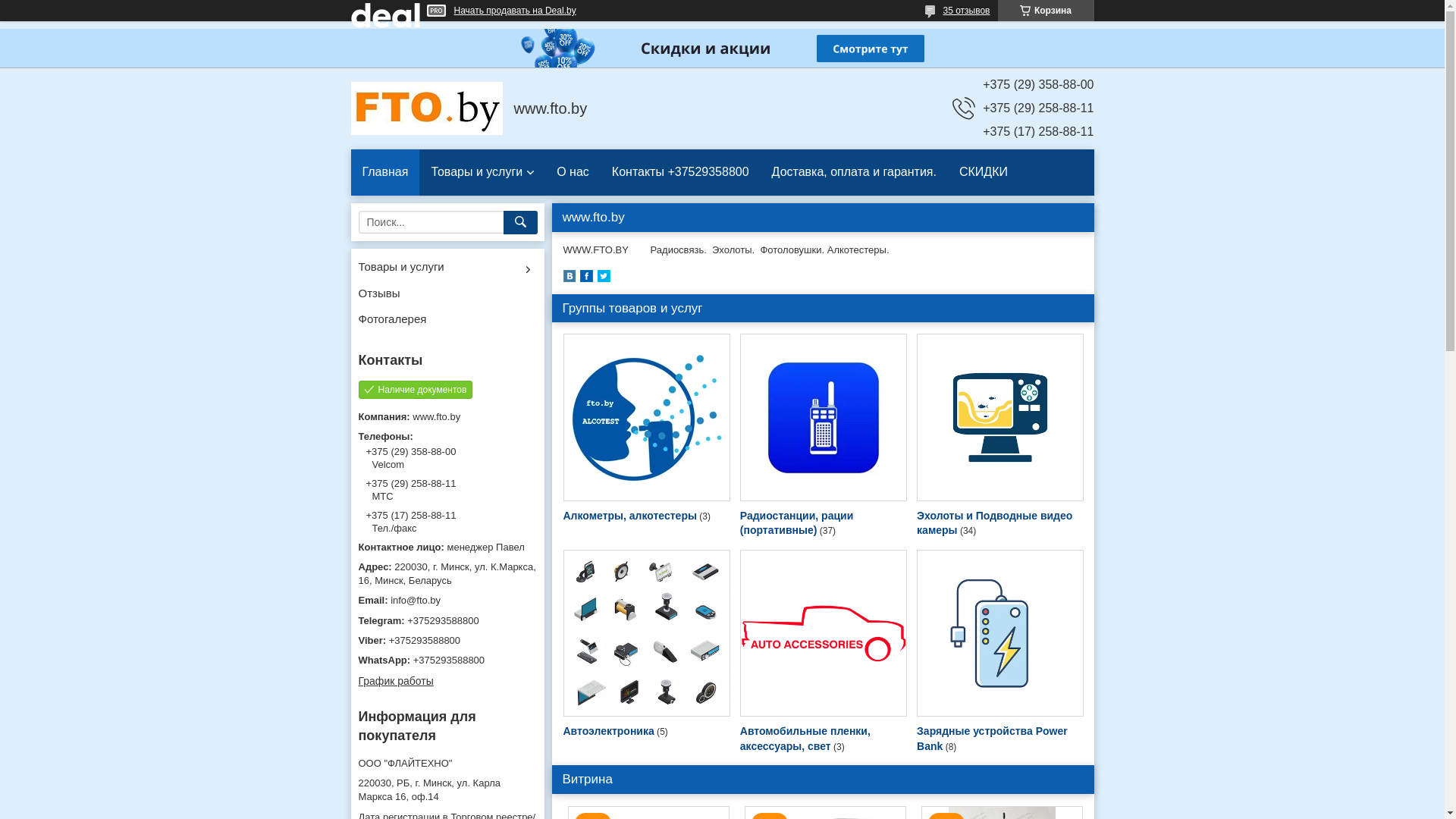 The width and height of the screenshot is (1456, 819). I want to click on 'facebook', so click(578, 278).